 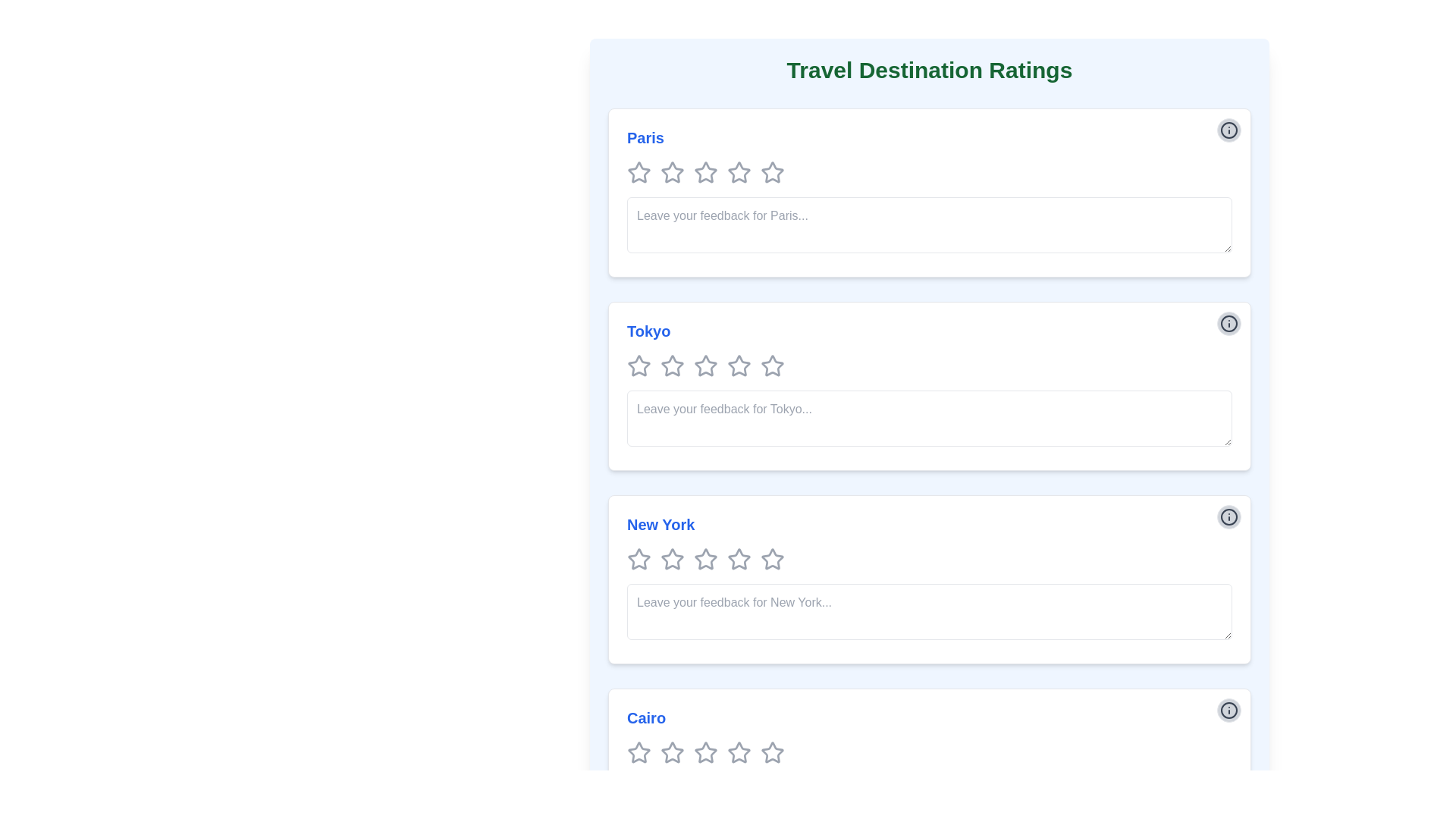 I want to click on the information icon, which is styled as a gray circular button with an 'i' in the center, located in the top-right corner of the 'New York' card, so click(x=1229, y=516).